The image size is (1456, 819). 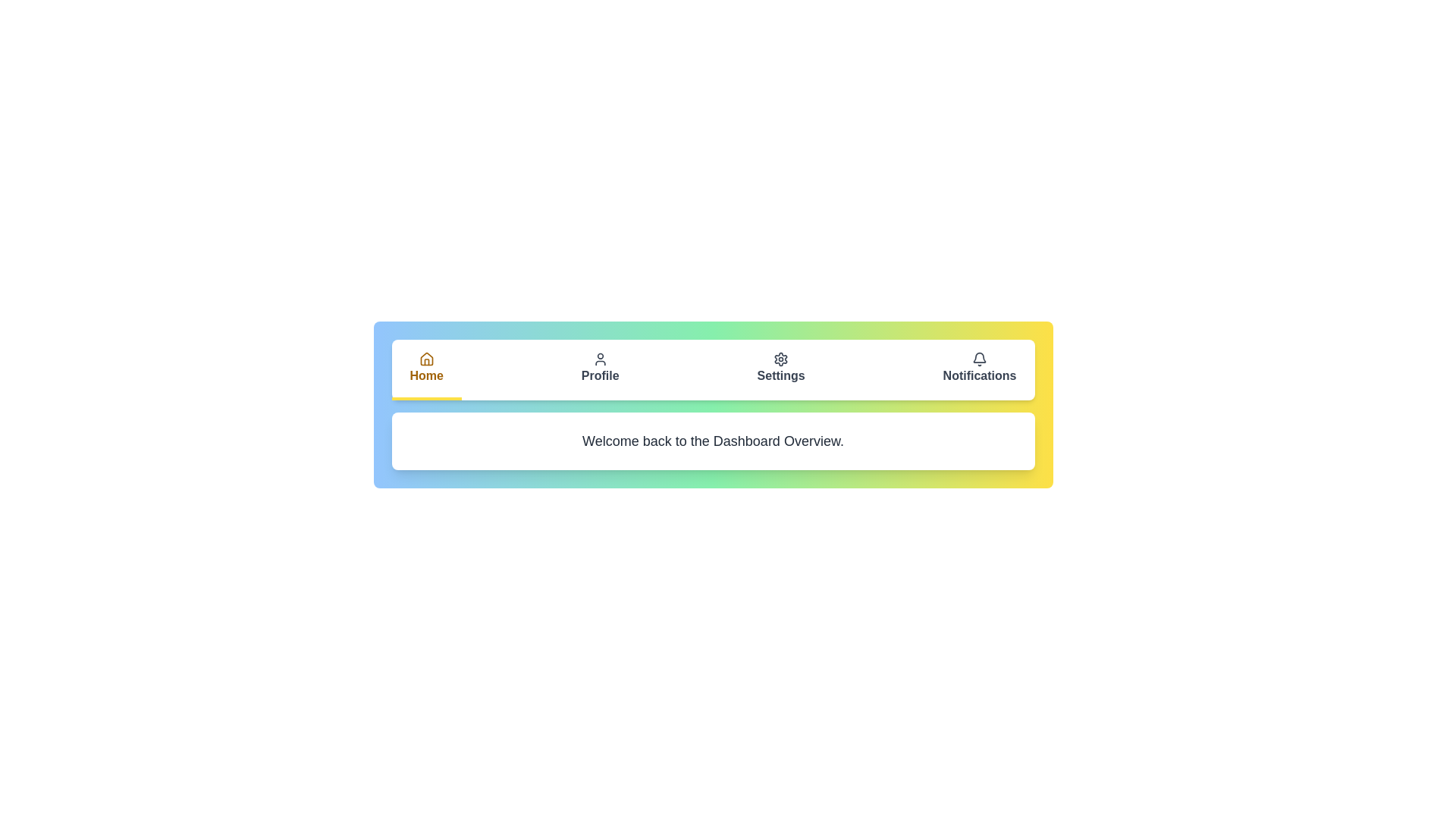 What do you see at coordinates (599, 370) in the screenshot?
I see `the Profile navigation button located in the horizontal navigation bar at the top center of the interface` at bounding box center [599, 370].